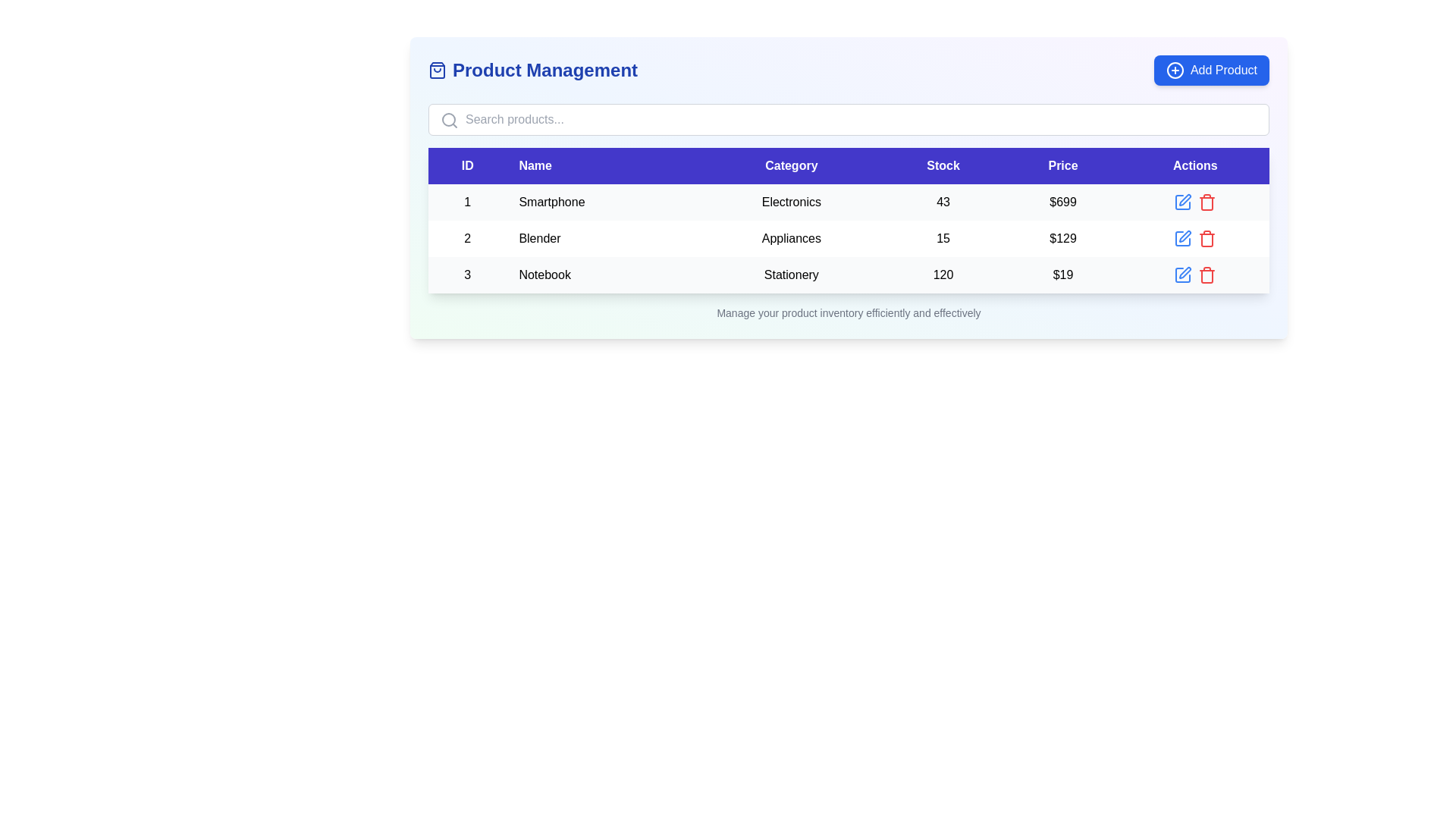 This screenshot has height=819, width=1456. I want to click on the edit icon in the actions column of the third row in the table, so click(1194, 275).